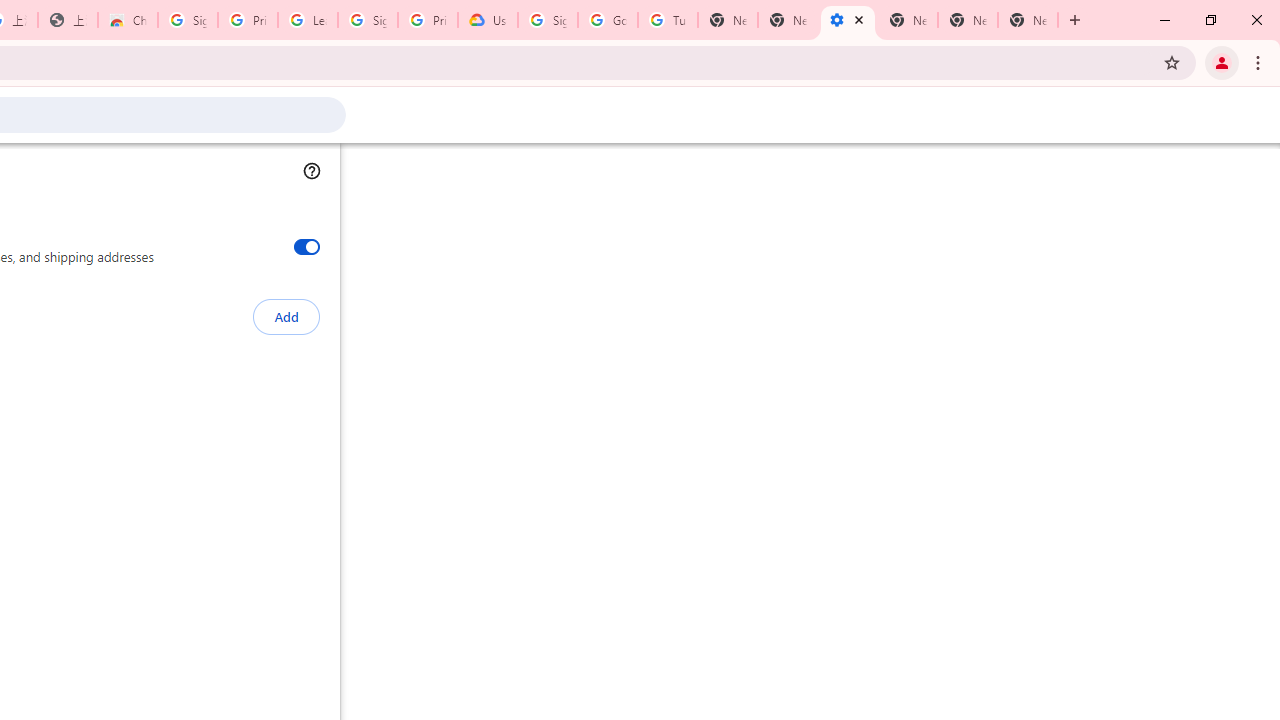 Image resolution: width=1280 pixels, height=720 pixels. Describe the element at coordinates (607, 20) in the screenshot. I see `'Google Account Help'` at that location.